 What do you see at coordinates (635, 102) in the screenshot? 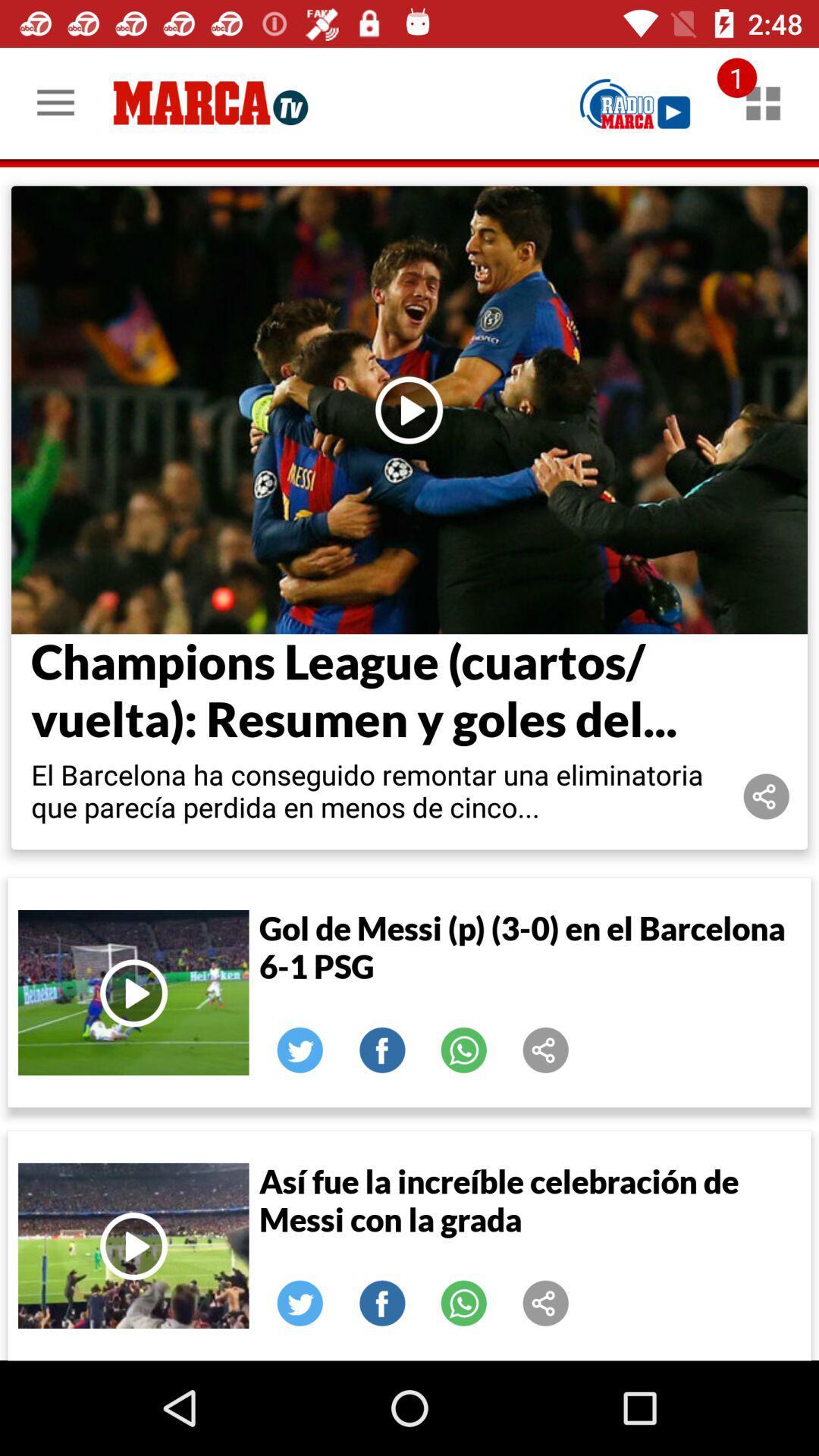
I see `radio` at bounding box center [635, 102].